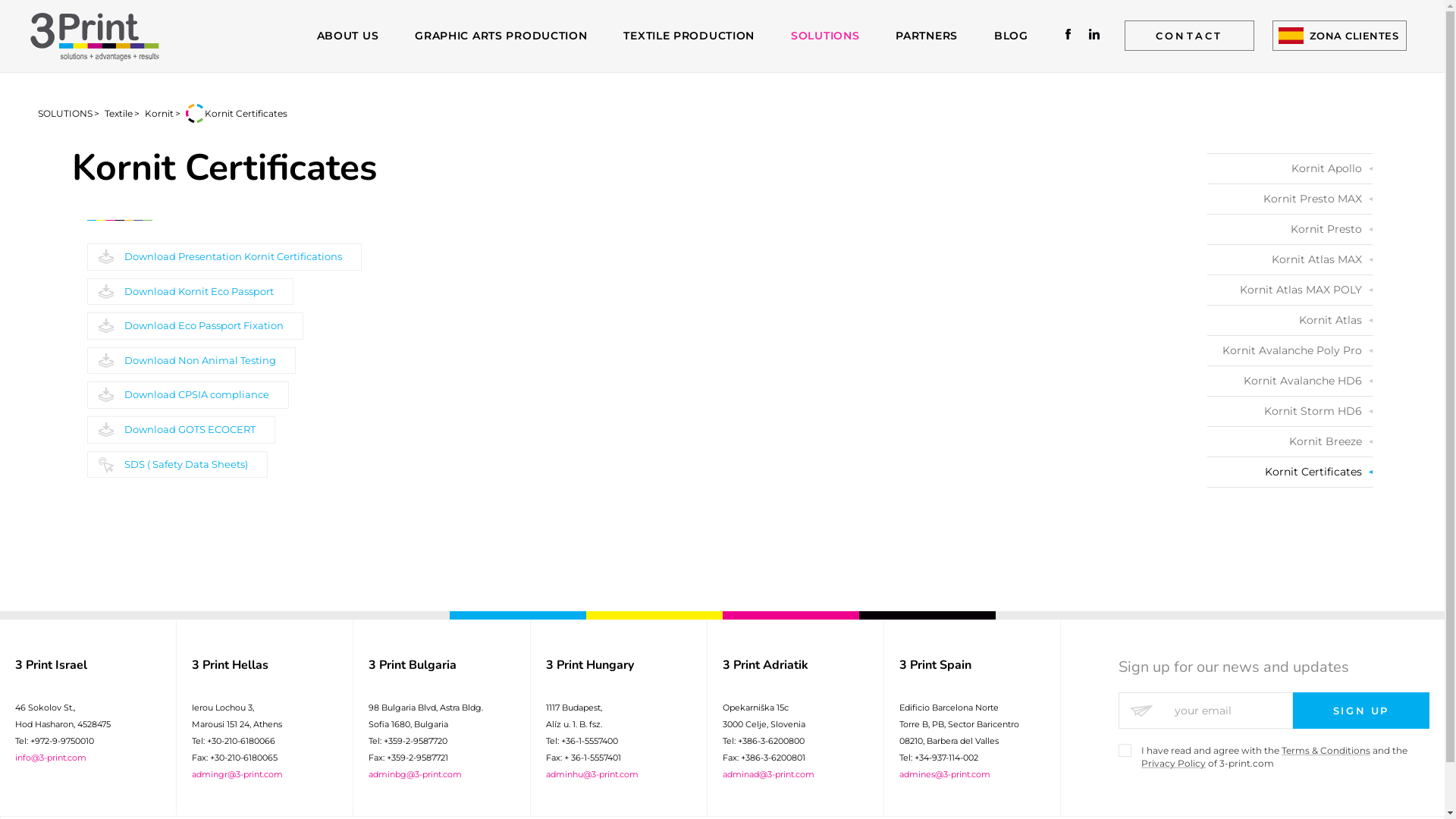  Describe the element at coordinates (1172, 763) in the screenshot. I see `'Privacy Policy'` at that location.